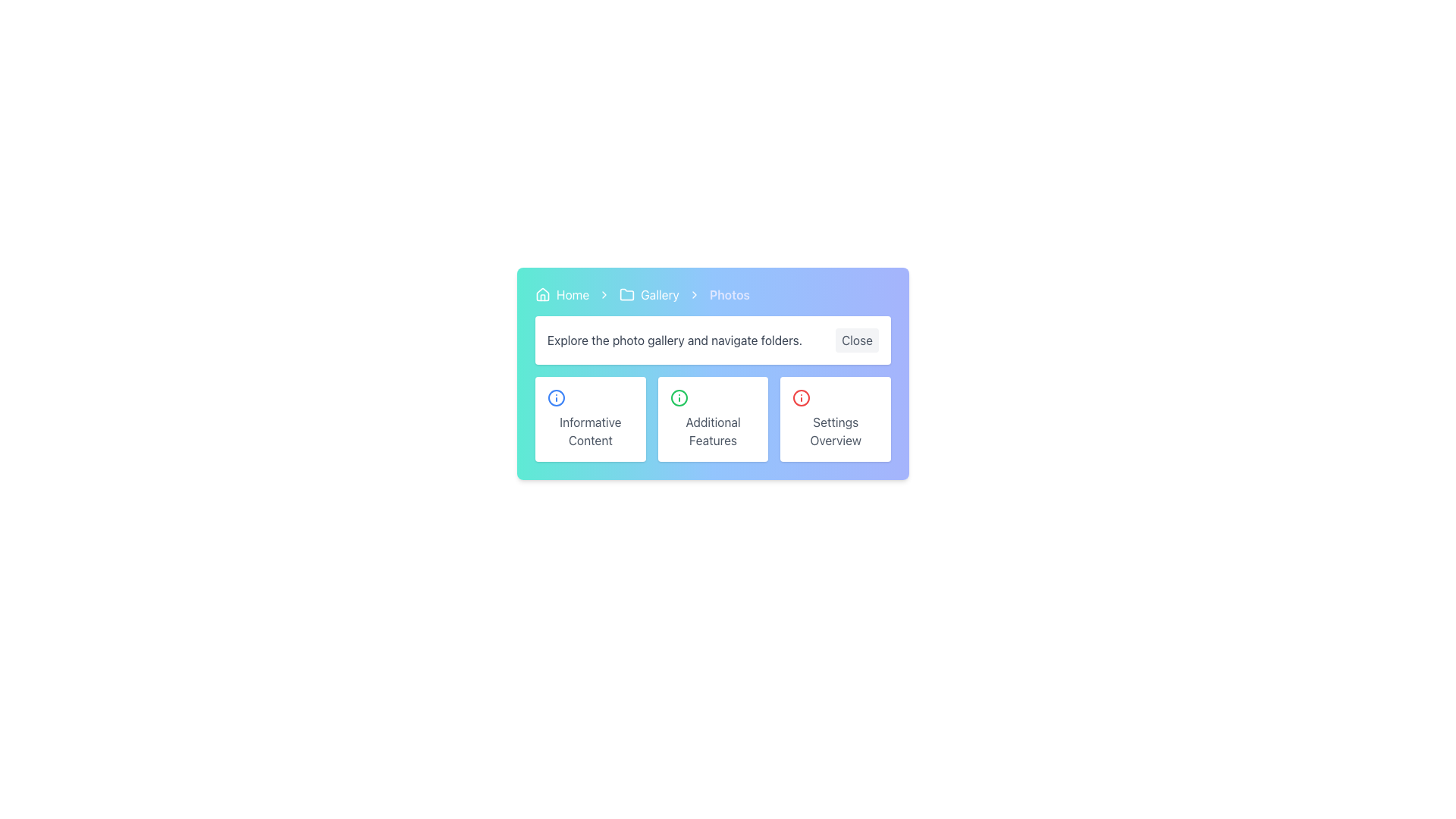  Describe the element at coordinates (556, 397) in the screenshot. I see `the circular graphic element representing the general information category located in the lower-left informational box labeled 'Informative Content.'` at that location.